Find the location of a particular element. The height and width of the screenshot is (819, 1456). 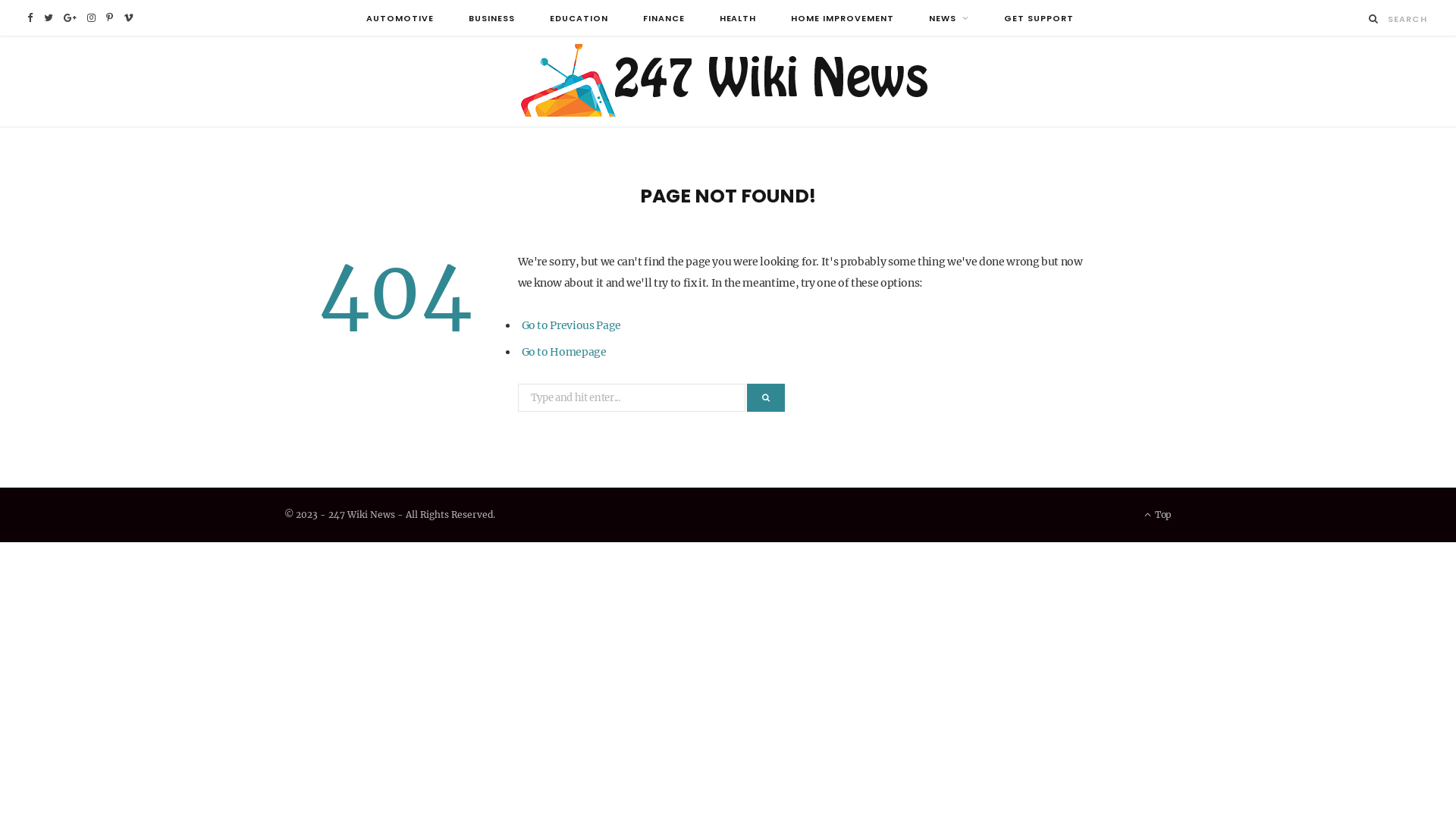

'HOME IMPROVEMENT' is located at coordinates (775, 17).